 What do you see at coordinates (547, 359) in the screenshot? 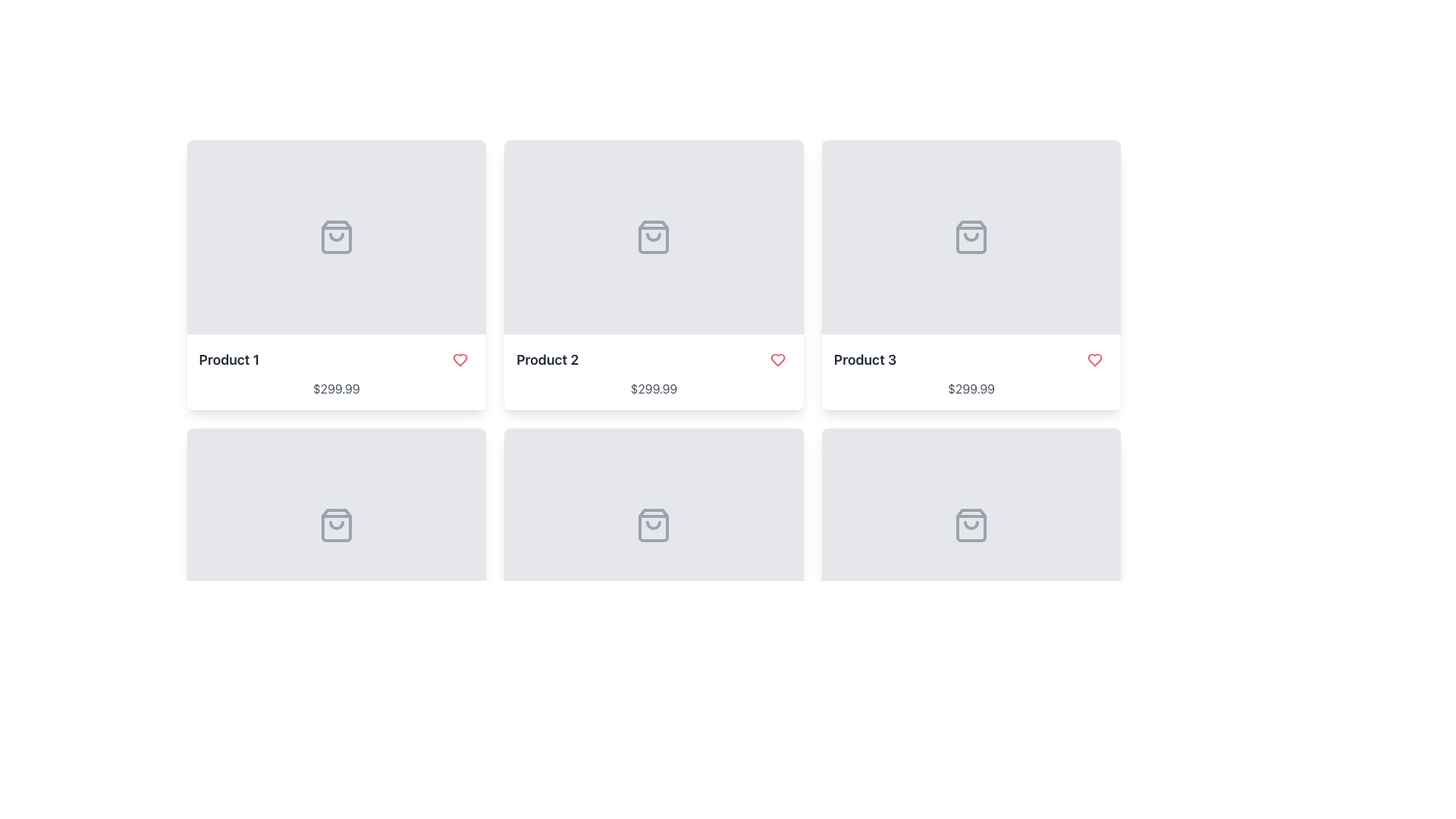
I see `the 'Product 2' text label, which is prominently displayed in bold black font, located under the image of the second product in the top row of the grid layout` at bounding box center [547, 359].